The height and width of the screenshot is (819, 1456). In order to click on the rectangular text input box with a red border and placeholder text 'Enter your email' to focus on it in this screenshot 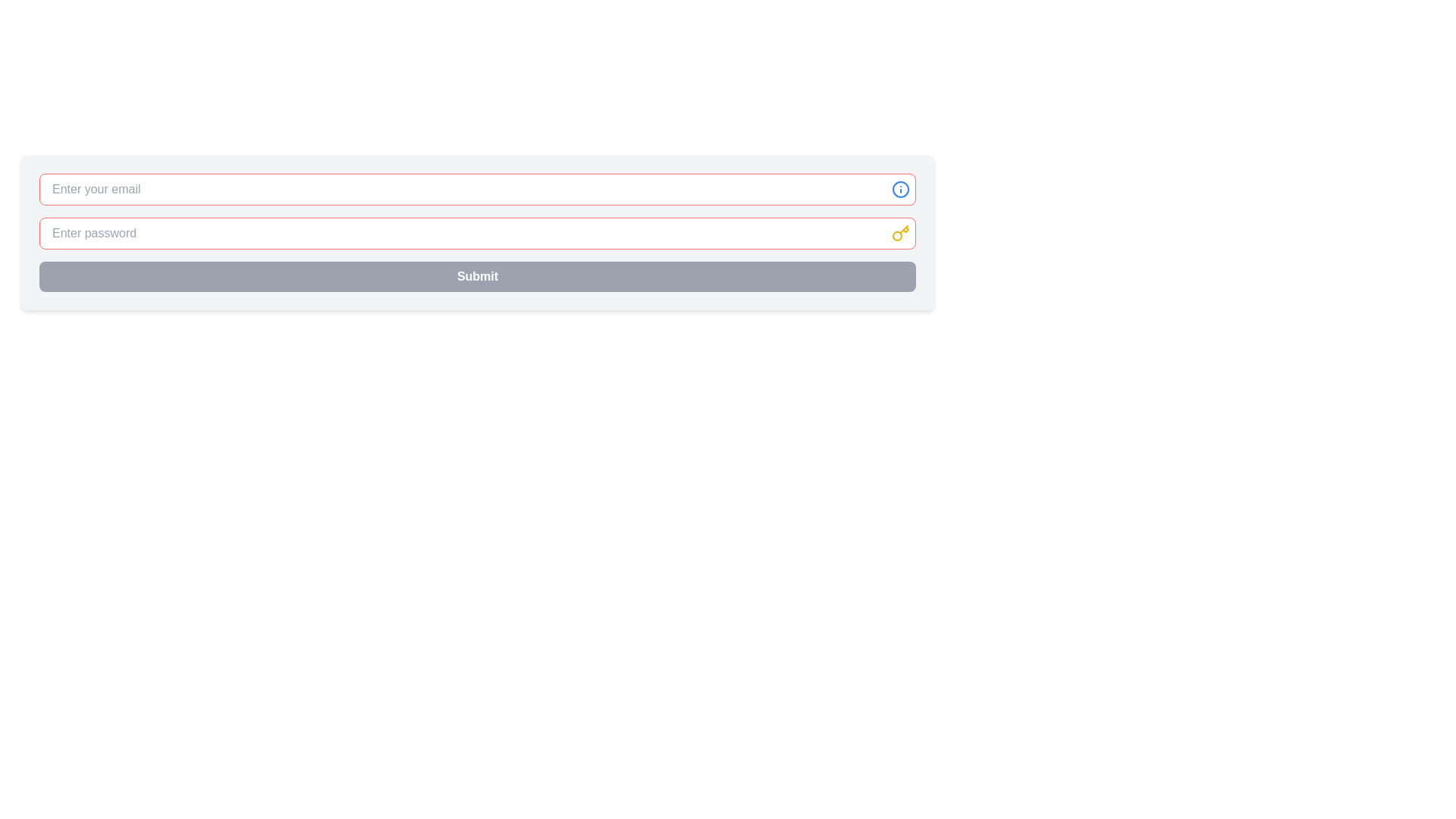, I will do `click(476, 189)`.